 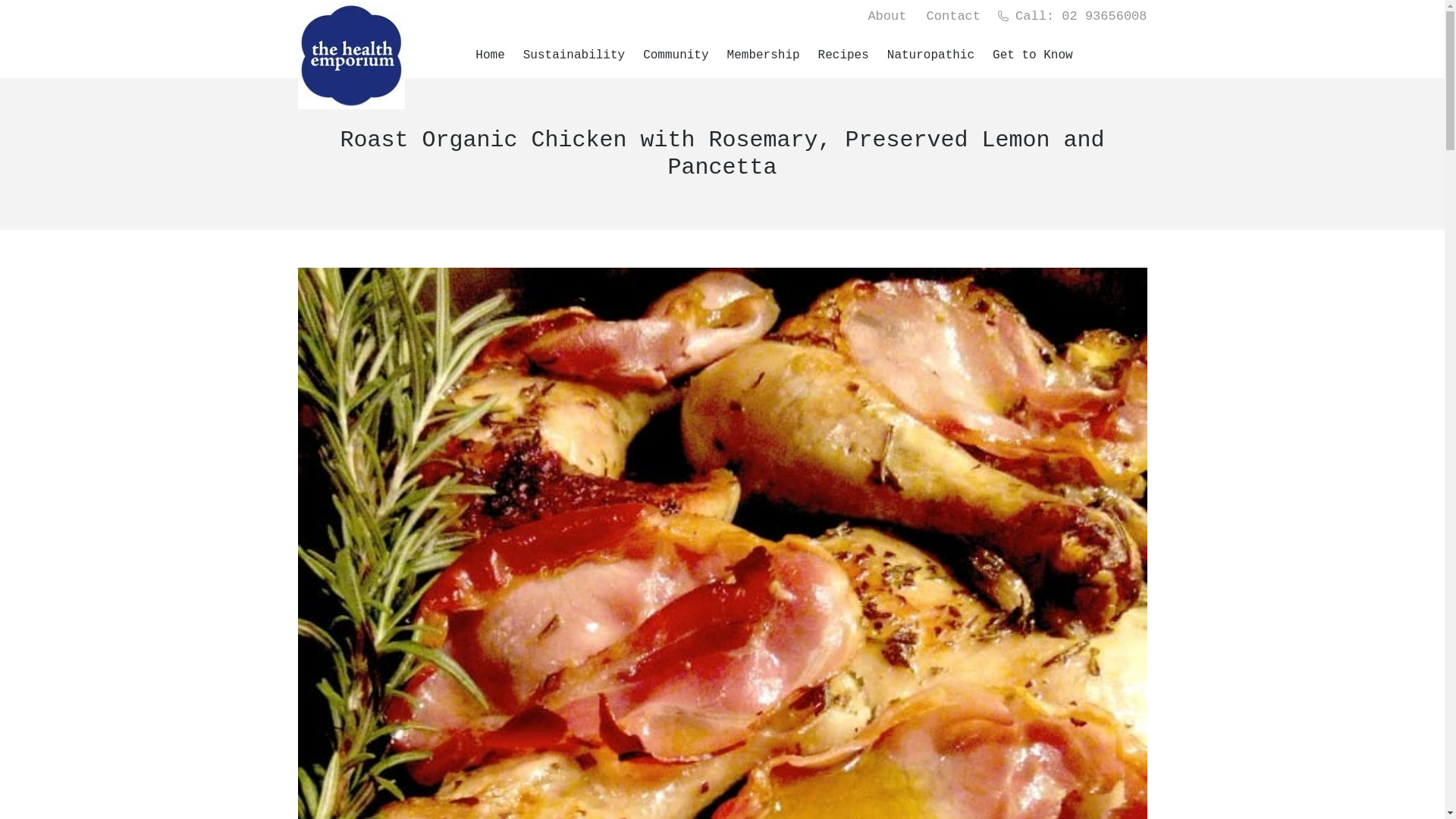 What do you see at coordinates (1033, 55) in the screenshot?
I see `'Get to Know'` at bounding box center [1033, 55].